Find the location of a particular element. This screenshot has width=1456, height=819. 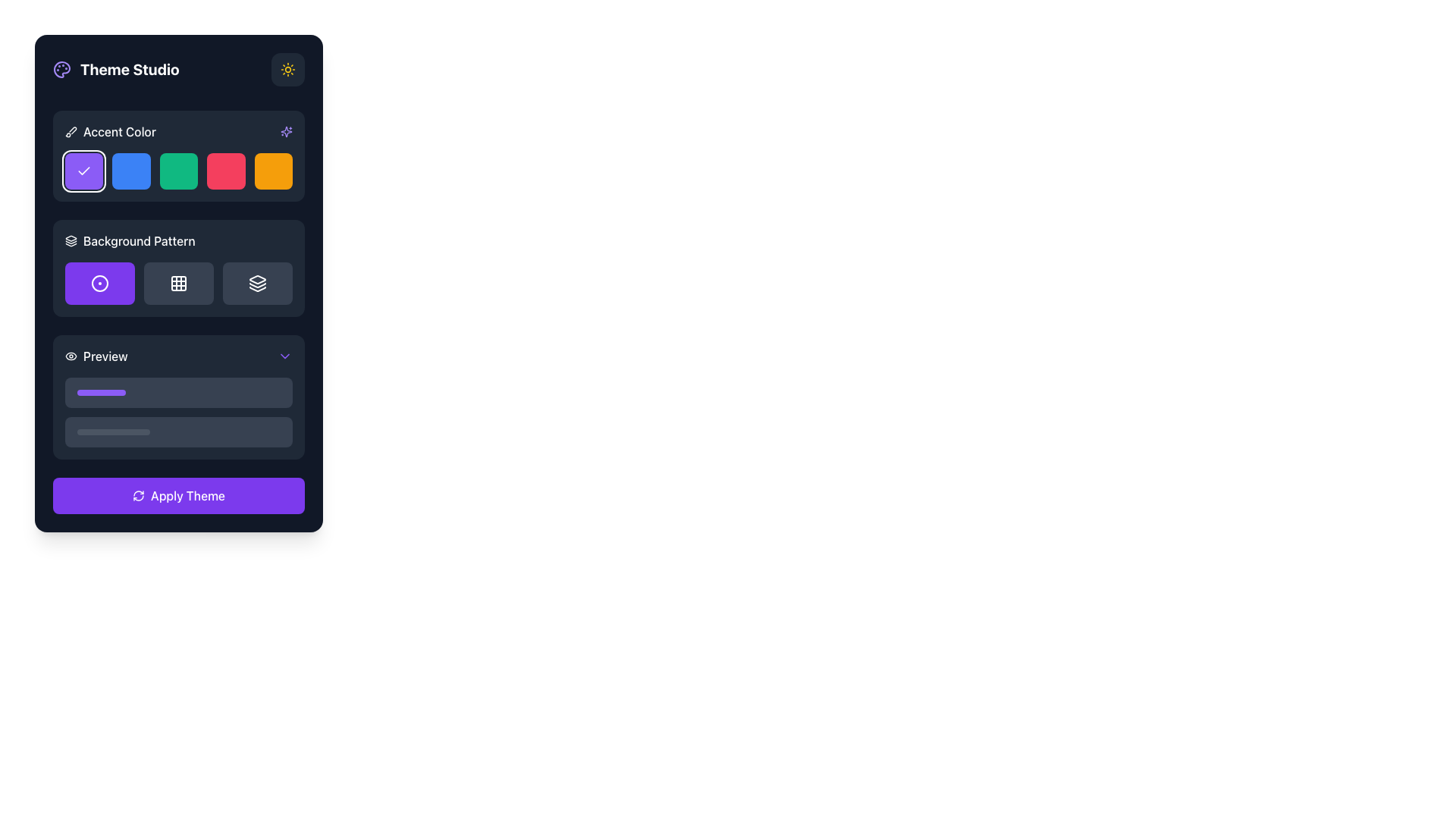

the sun-shaped icon located inside the interactive button in the top-right corner of the panel is located at coordinates (287, 70).